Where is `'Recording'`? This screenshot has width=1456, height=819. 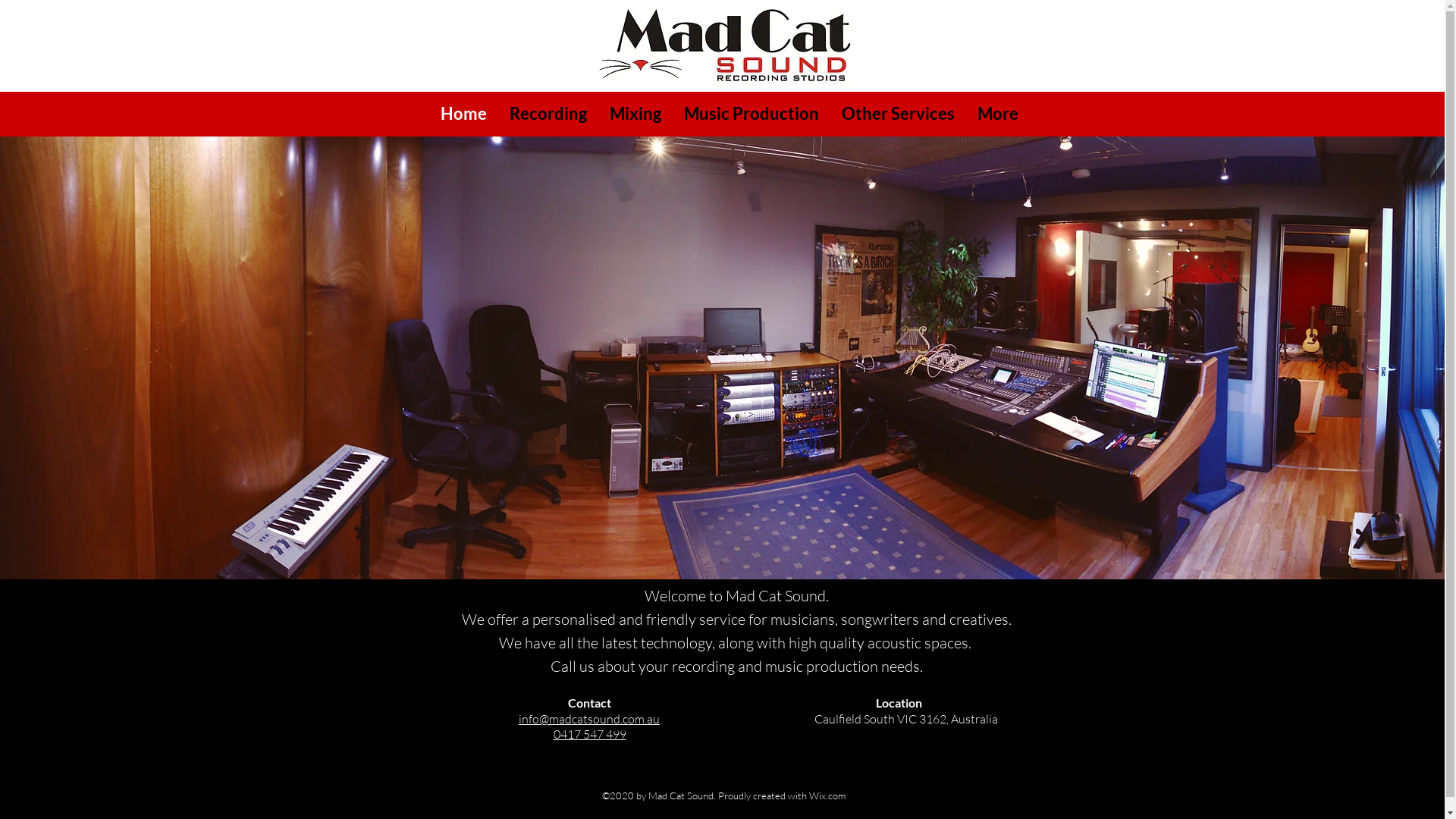 'Recording' is located at coordinates (546, 113).